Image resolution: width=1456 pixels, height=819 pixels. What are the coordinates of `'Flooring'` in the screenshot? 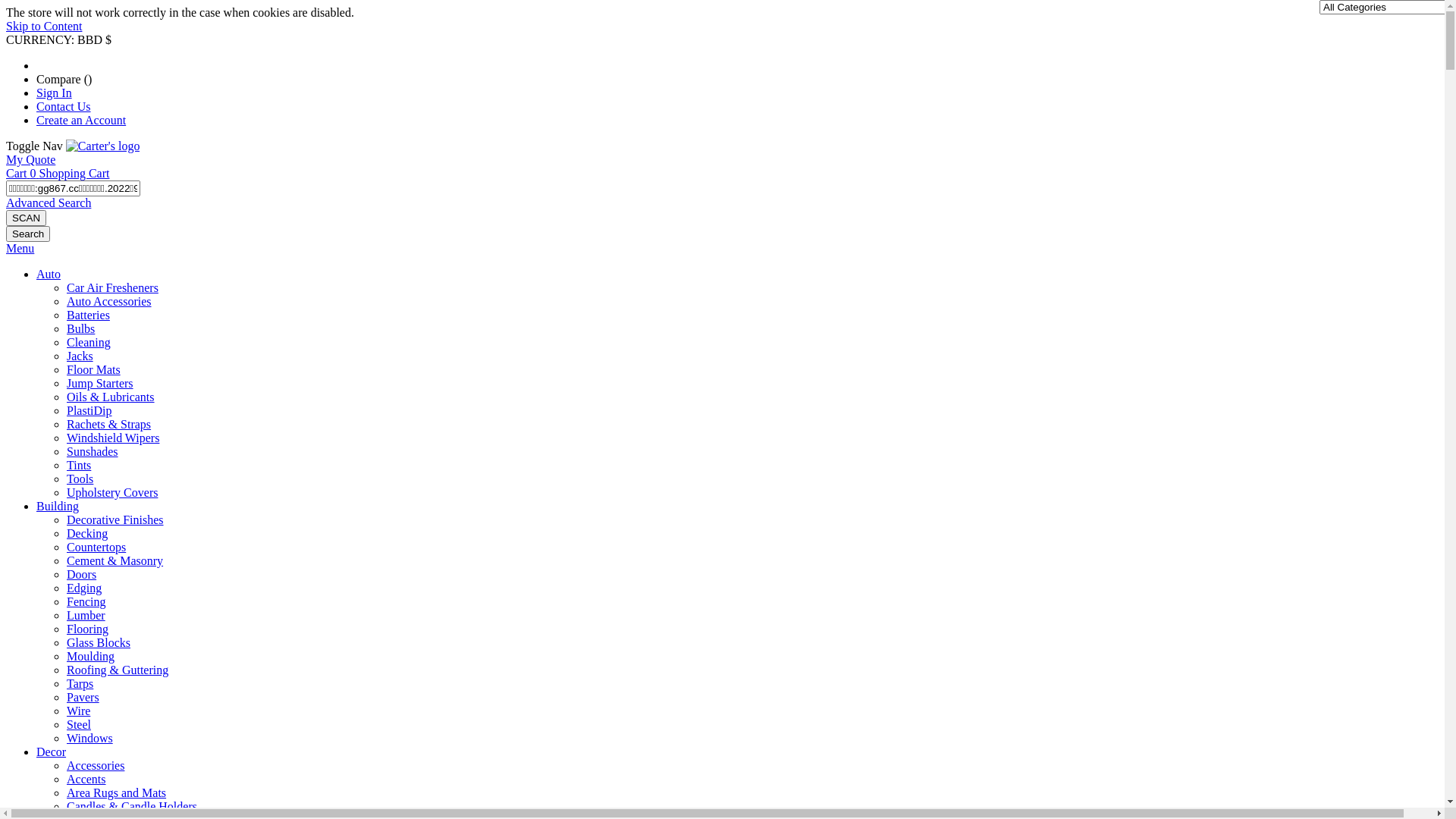 It's located at (65, 629).